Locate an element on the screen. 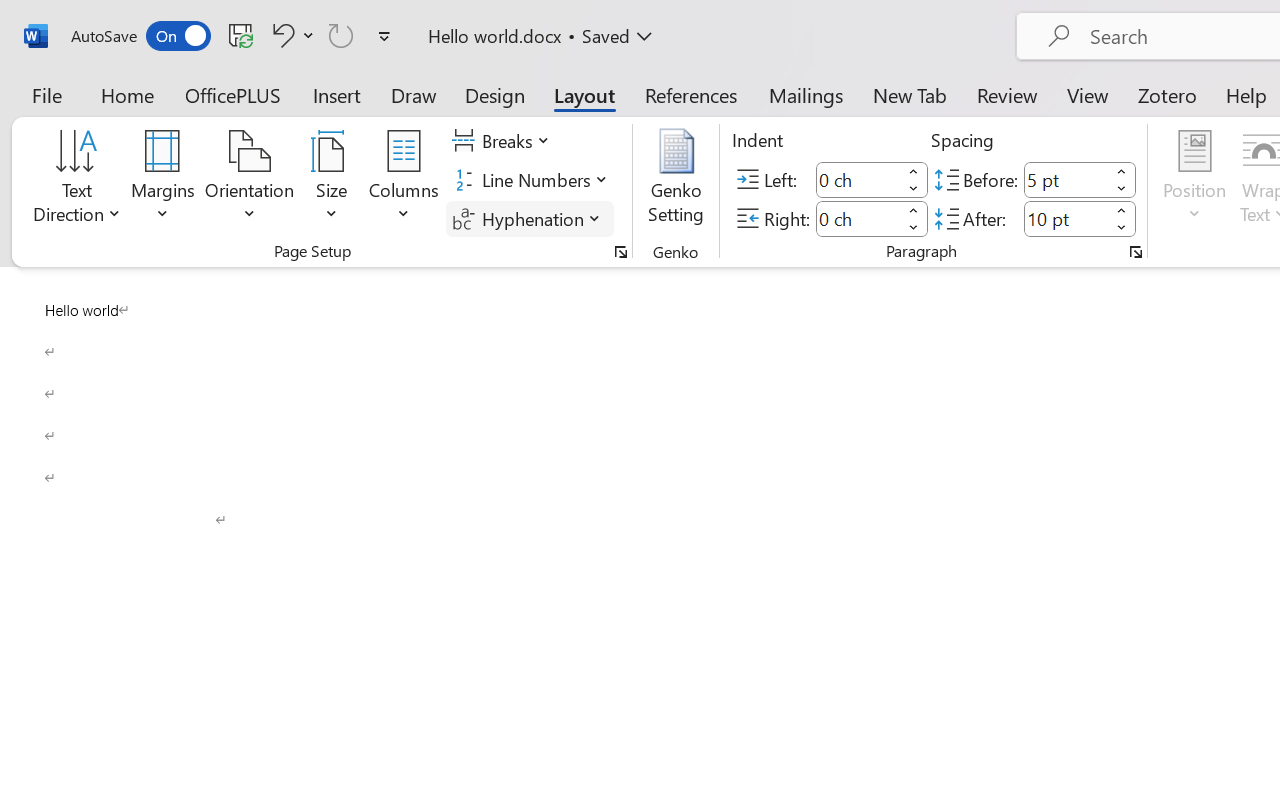 This screenshot has height=800, width=1280. 'Undo Apply Quick Style Set' is located at coordinates (289, 34).